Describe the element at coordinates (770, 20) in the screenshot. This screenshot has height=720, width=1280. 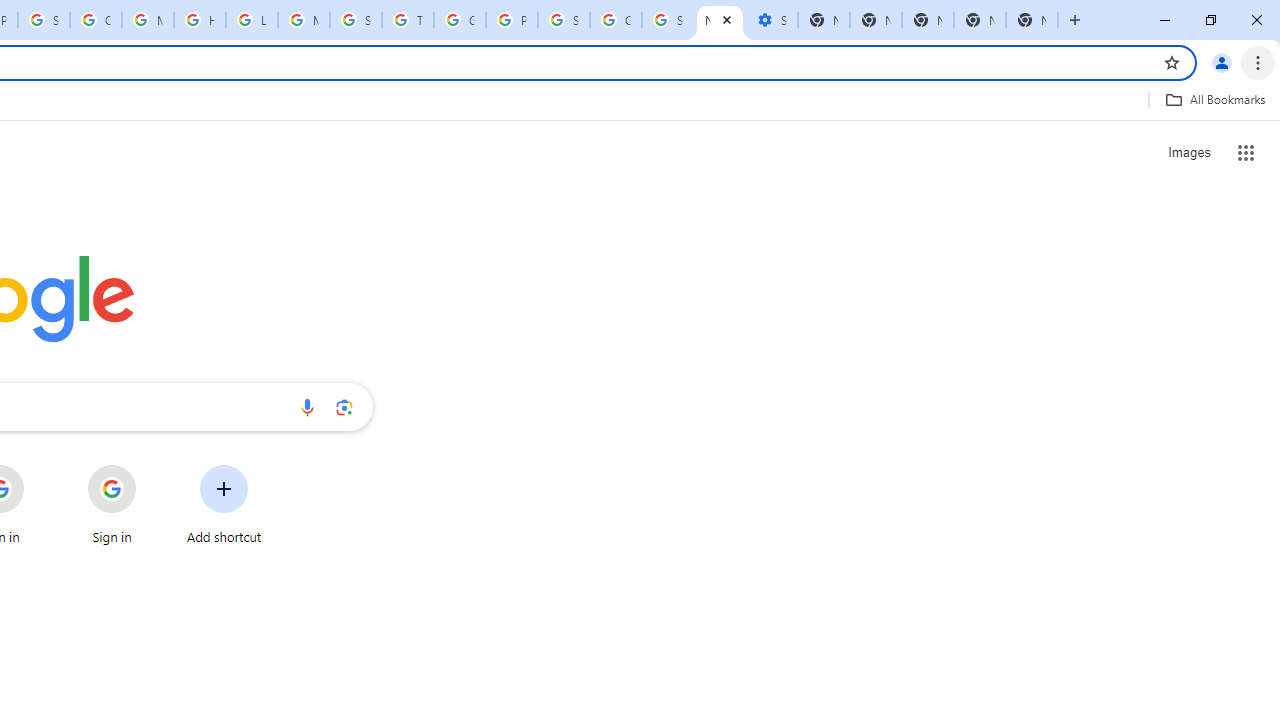
I see `'Settings - Performance'` at that location.